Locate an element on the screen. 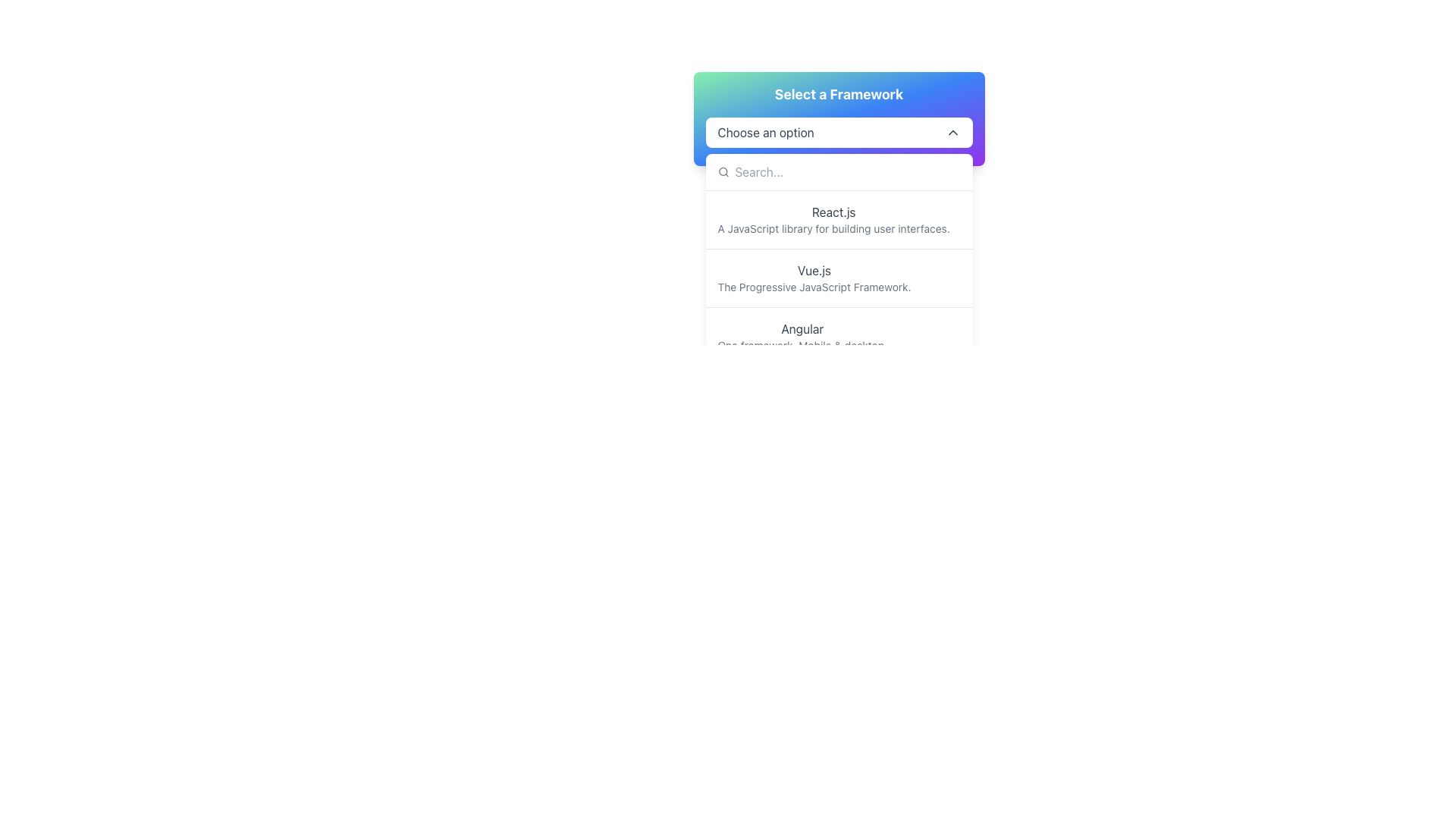  the Dropdown trigger located near the top-center of the 'Select a Framework' section is located at coordinates (838, 131).